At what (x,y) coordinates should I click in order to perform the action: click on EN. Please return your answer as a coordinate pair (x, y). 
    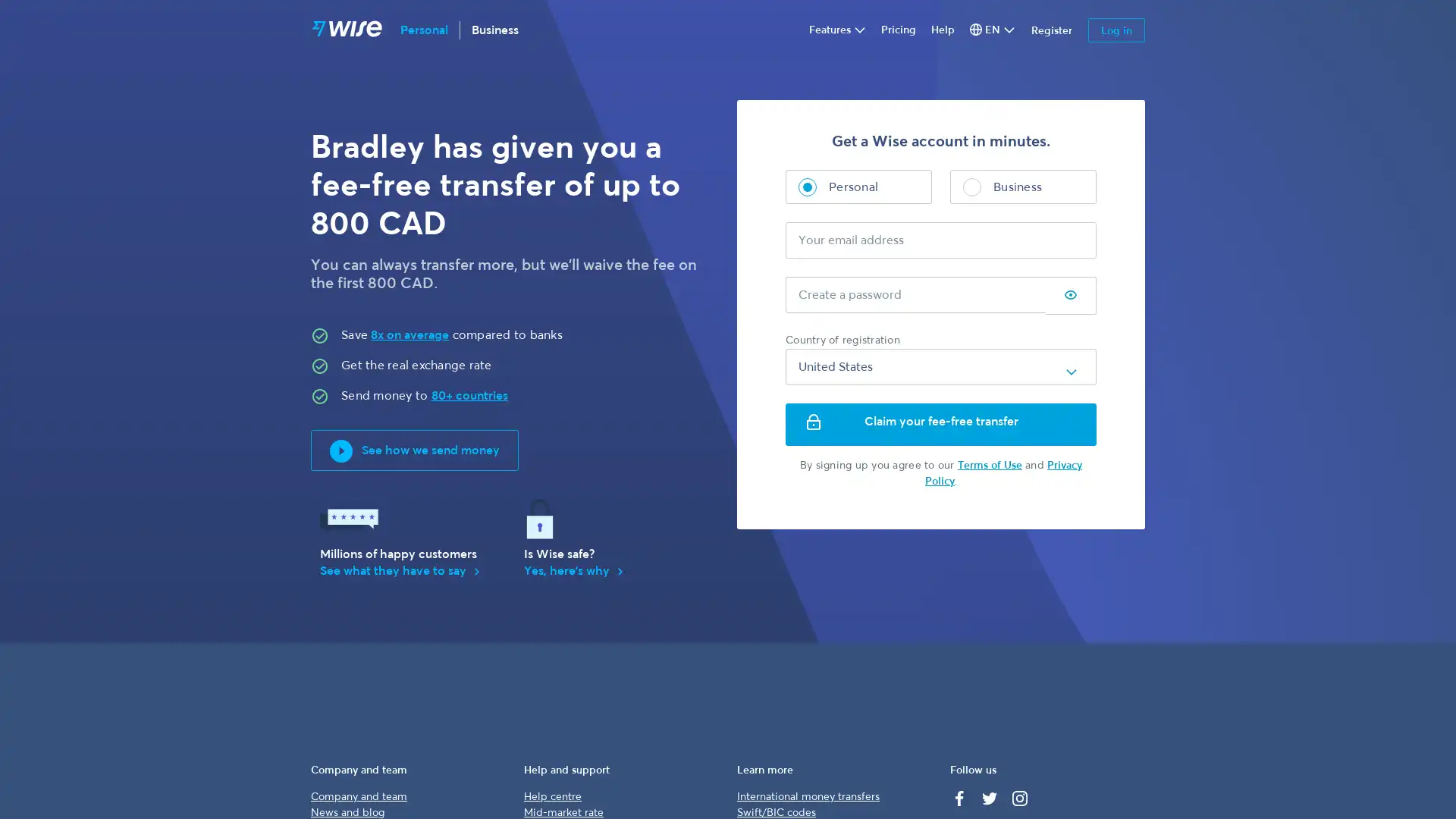
    Looking at the image, I should click on (993, 30).